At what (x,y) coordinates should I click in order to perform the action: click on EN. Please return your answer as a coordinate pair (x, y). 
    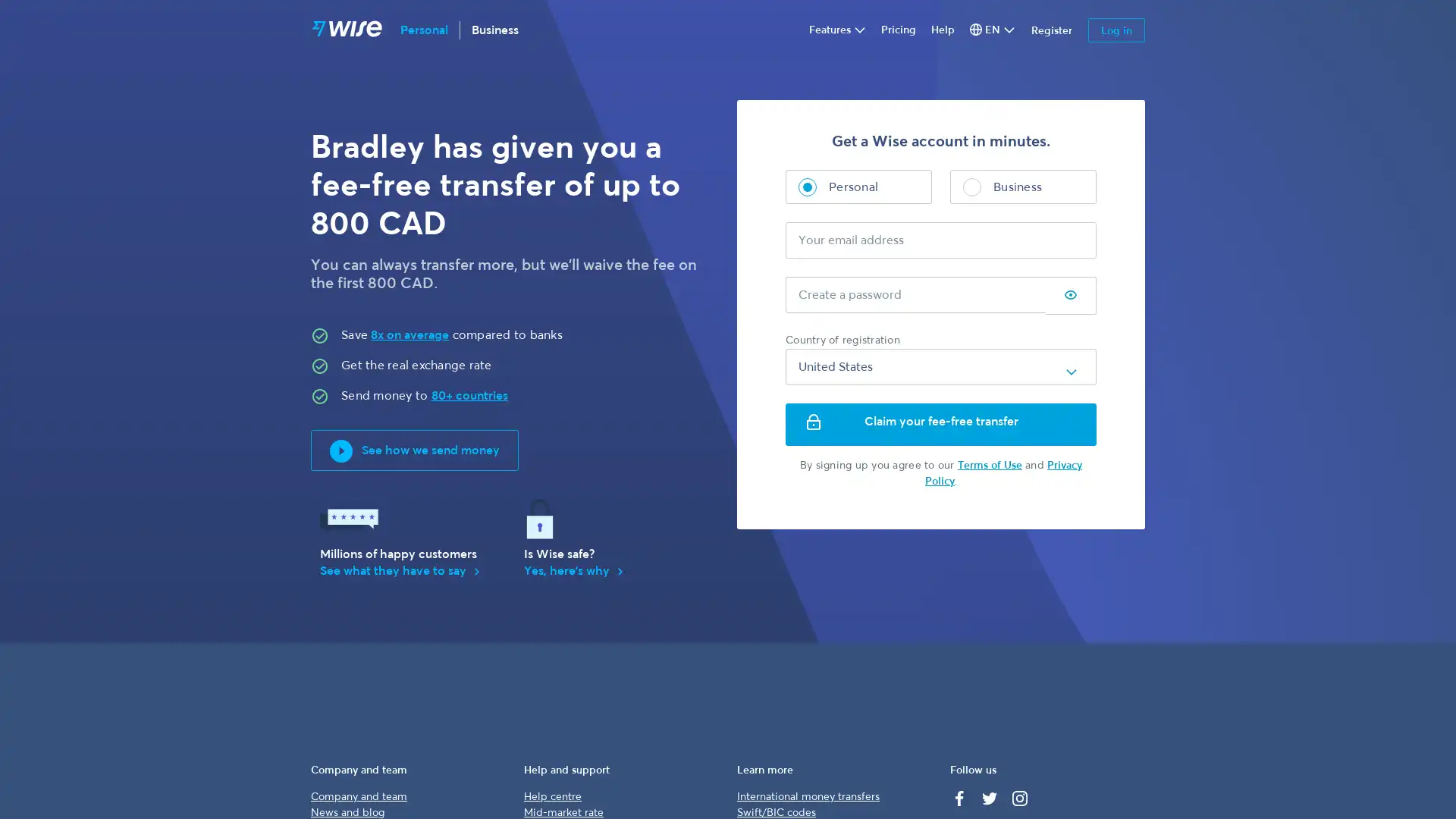
    Looking at the image, I should click on (993, 30).